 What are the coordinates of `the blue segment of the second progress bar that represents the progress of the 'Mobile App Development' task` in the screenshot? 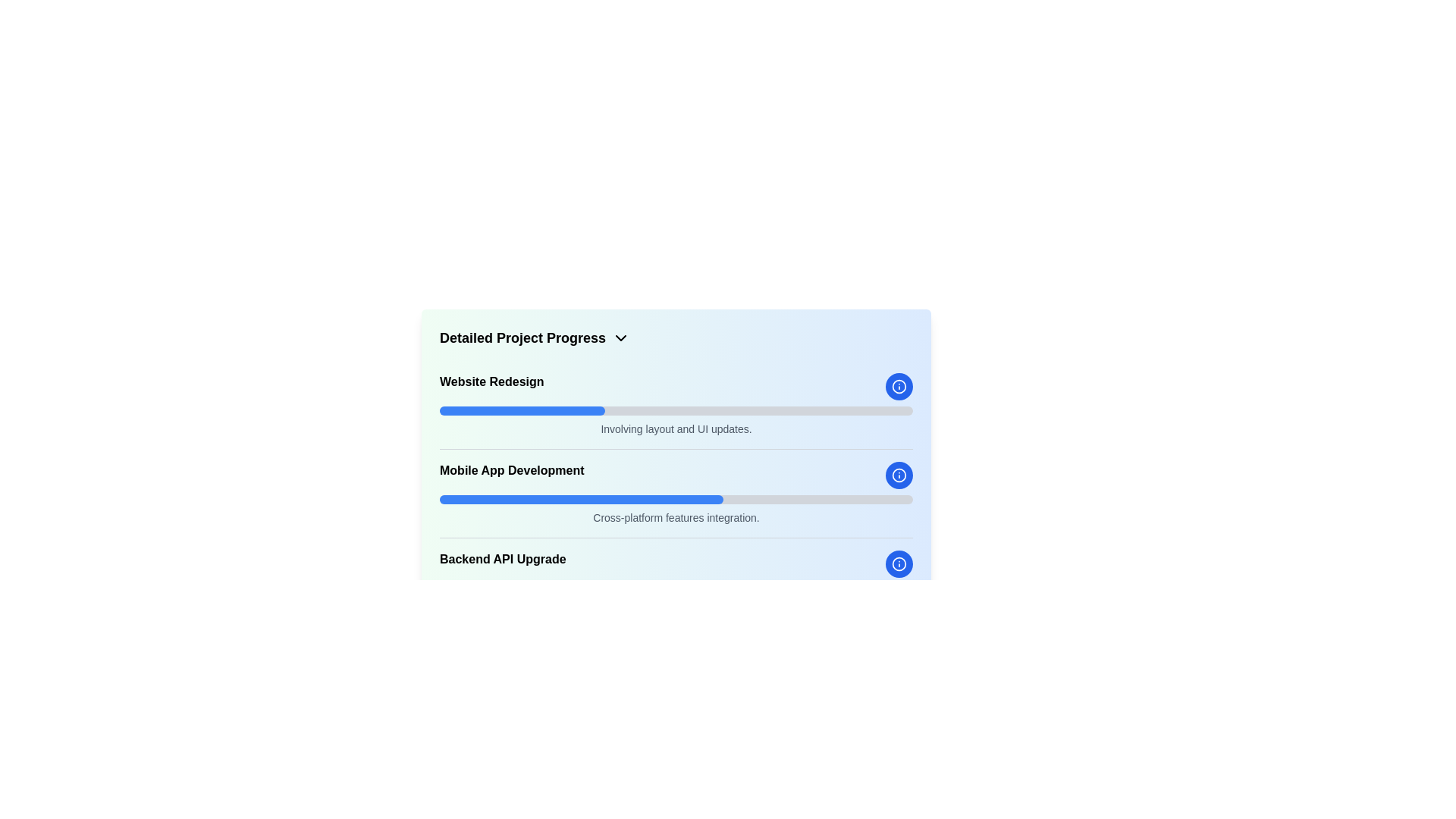 It's located at (581, 500).